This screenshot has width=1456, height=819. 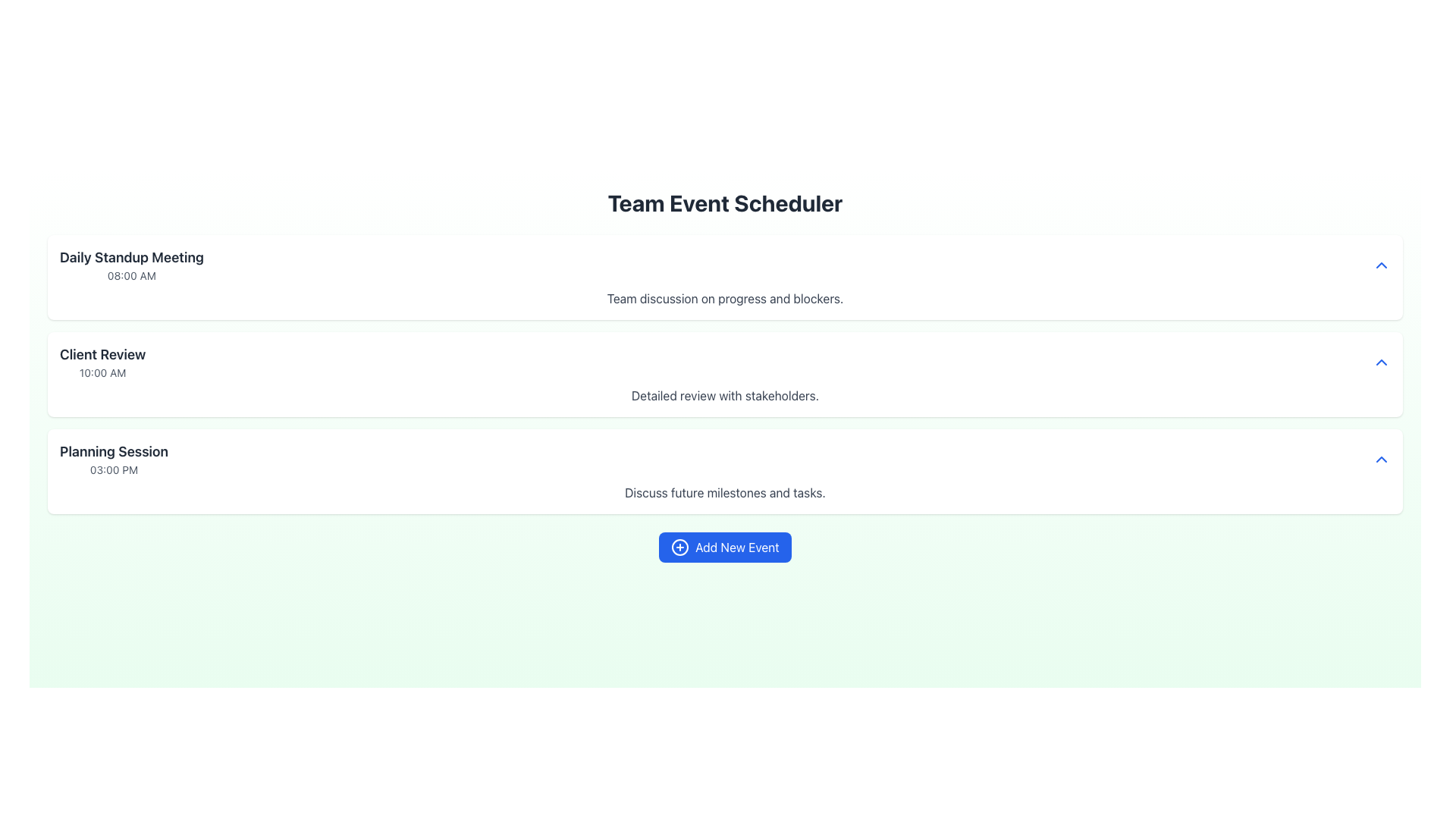 I want to click on the text label indicating the starting time of the 'Daily Standup Meeting', which is located directly below the main title on the left side of the interface, so click(x=131, y=275).